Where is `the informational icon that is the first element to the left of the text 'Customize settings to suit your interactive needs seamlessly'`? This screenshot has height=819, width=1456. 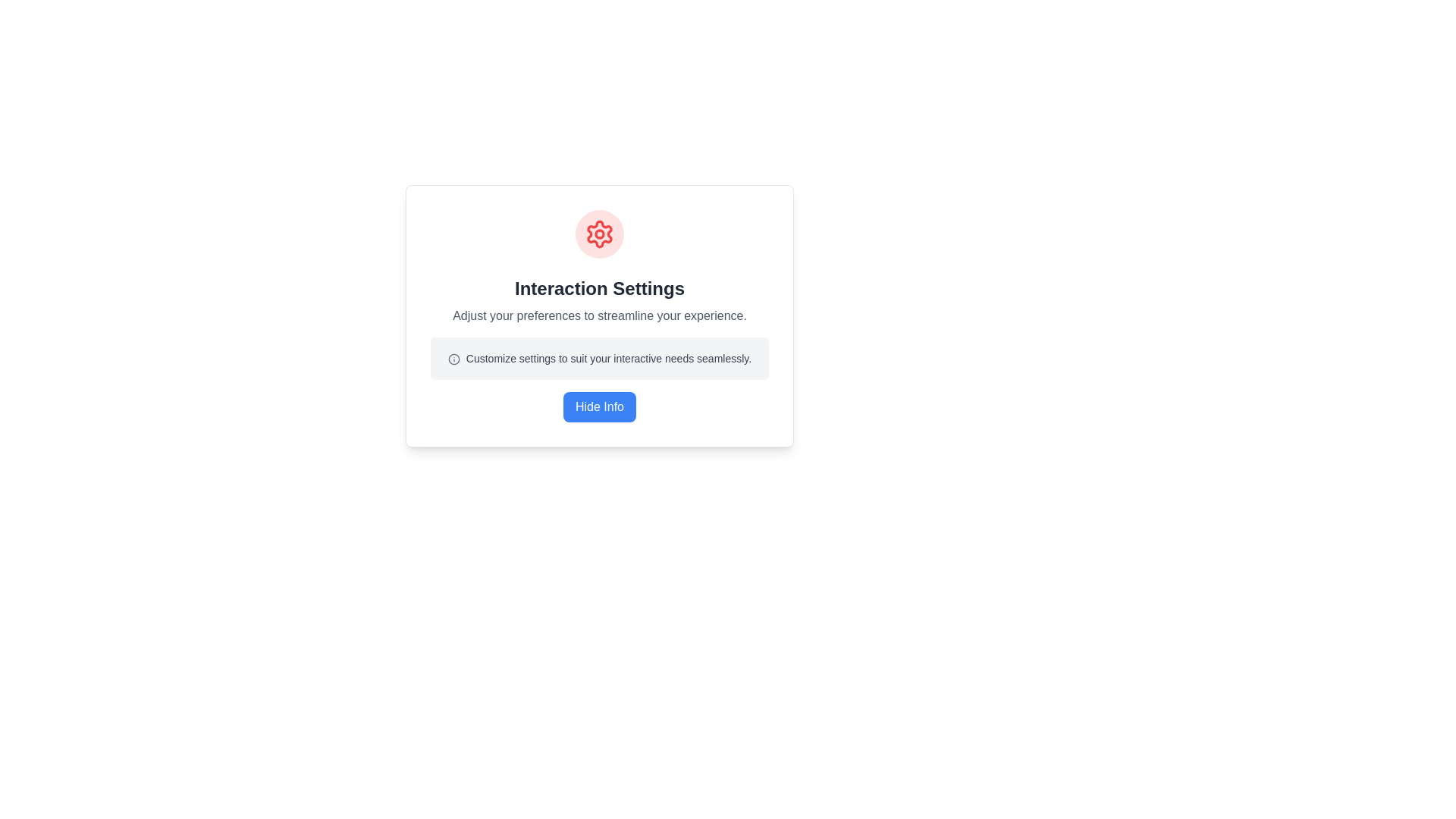
the informational icon that is the first element to the left of the text 'Customize settings to suit your interactive needs seamlessly' is located at coordinates (453, 359).